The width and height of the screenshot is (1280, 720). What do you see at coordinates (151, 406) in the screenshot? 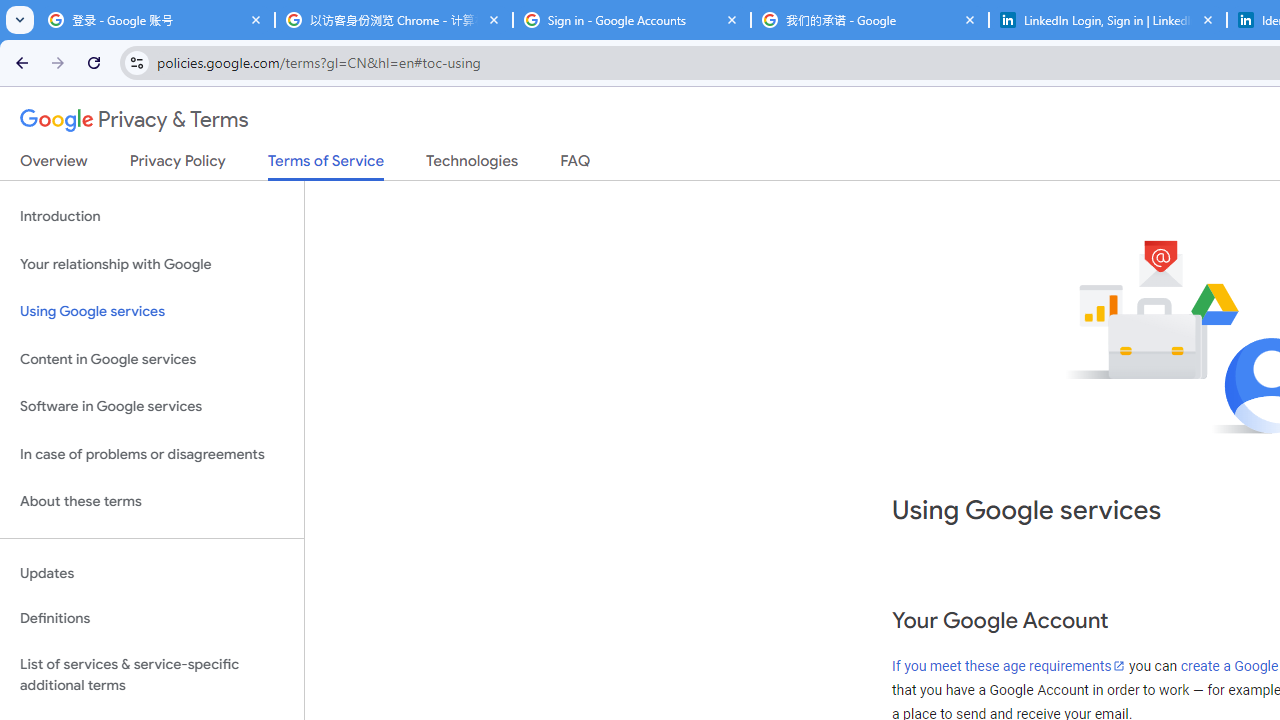
I see `'Software in Google services'` at bounding box center [151, 406].